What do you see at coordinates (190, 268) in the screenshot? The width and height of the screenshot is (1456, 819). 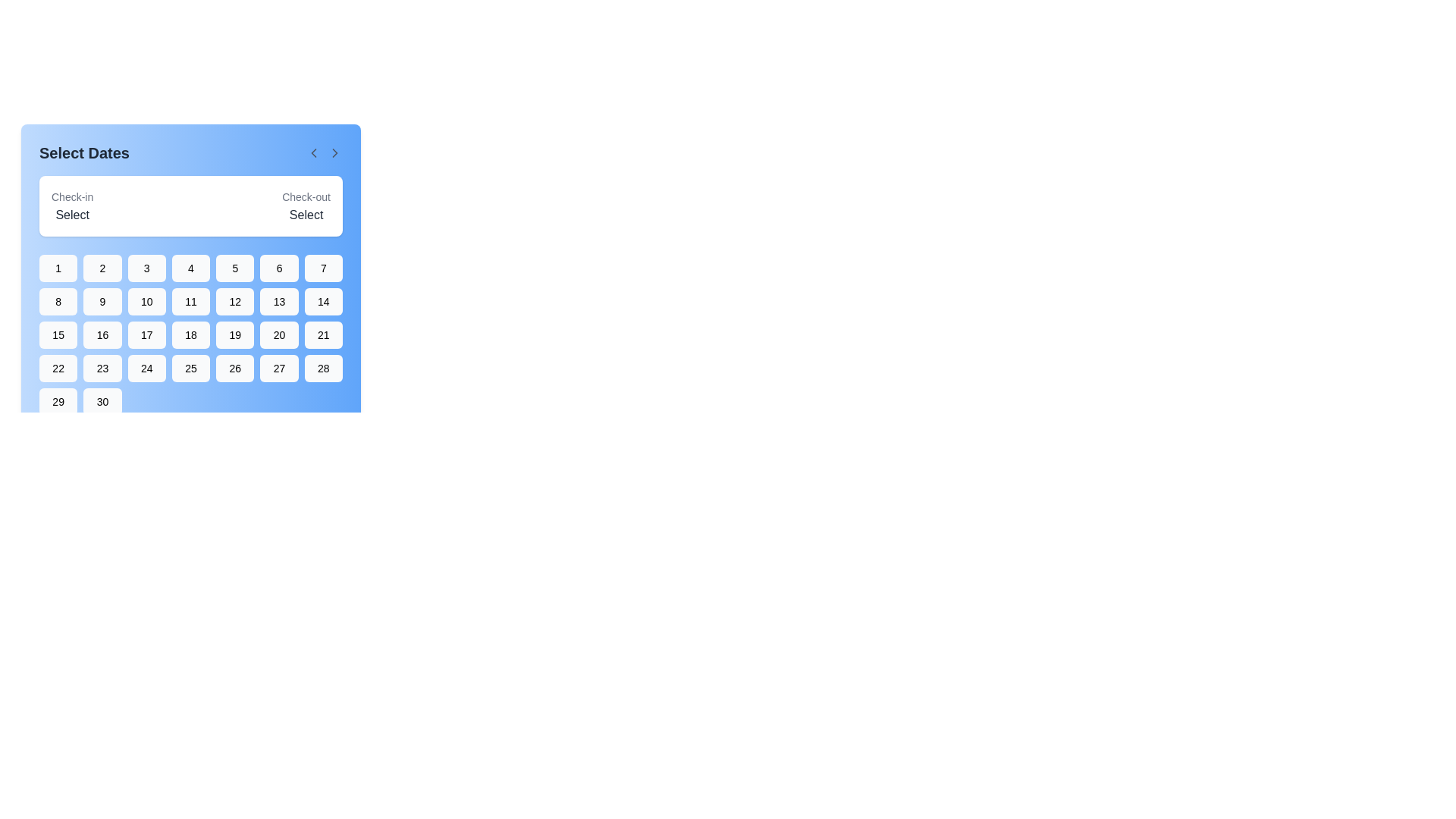 I see `the button representing the numeral '4' in the date picker interface` at bounding box center [190, 268].